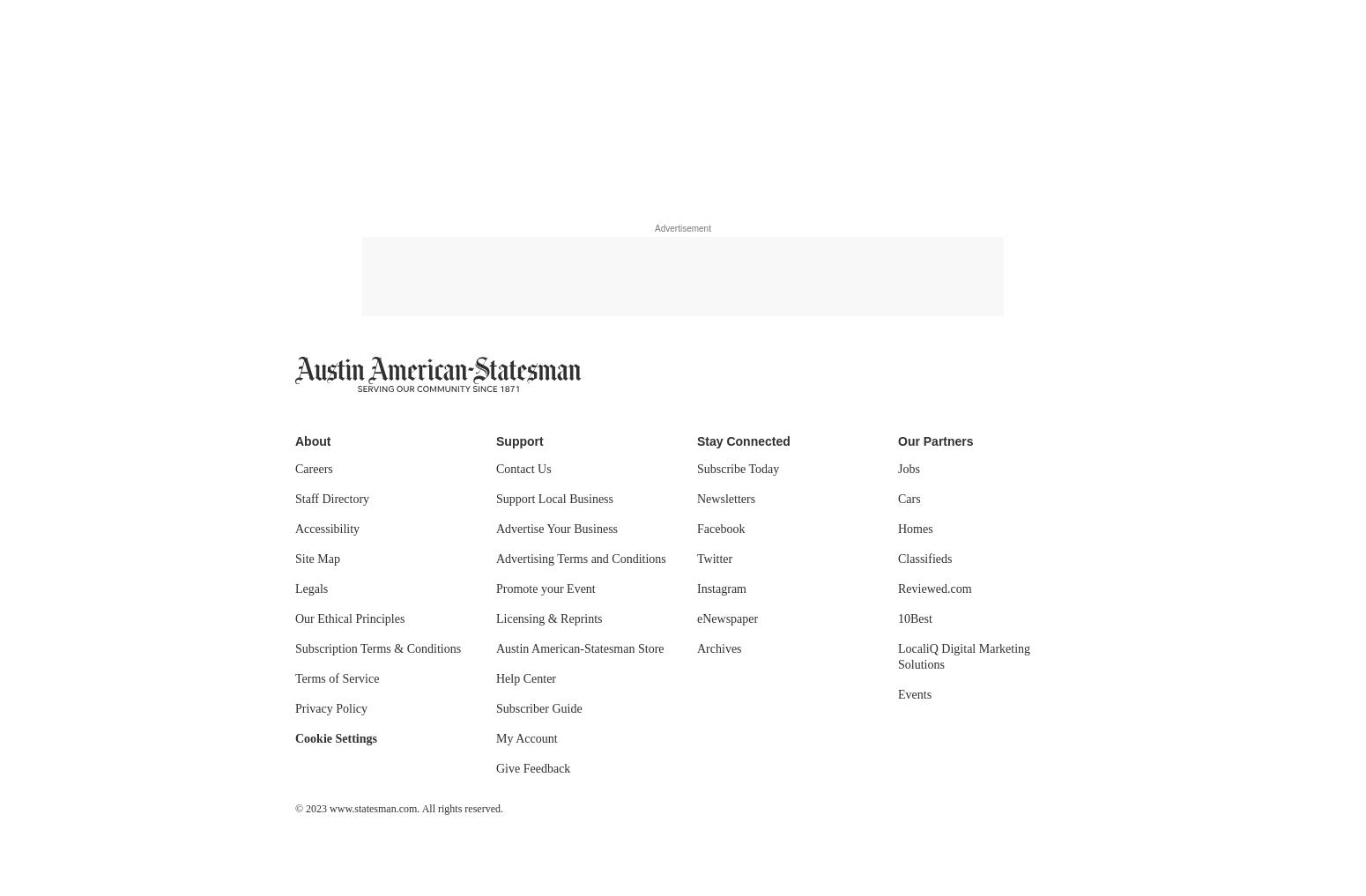 This screenshot has height=896, width=1366. I want to click on 'Staff Directory', so click(330, 498).